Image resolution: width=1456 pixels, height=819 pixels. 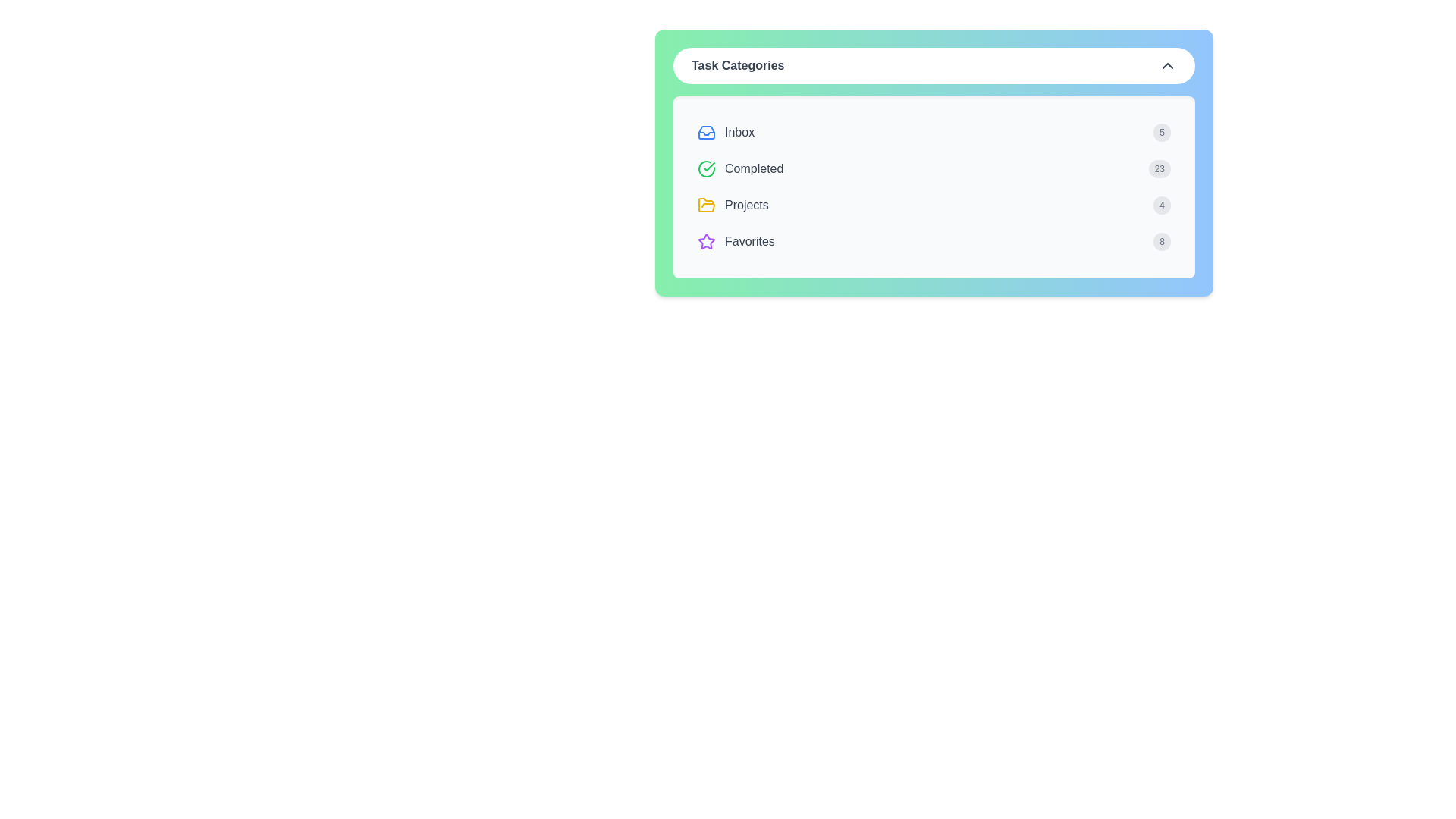 What do you see at coordinates (705, 241) in the screenshot?
I see `the star icon that indicates the 'Favorites' category, which is positioned to the left of the 'Favorites' text content` at bounding box center [705, 241].